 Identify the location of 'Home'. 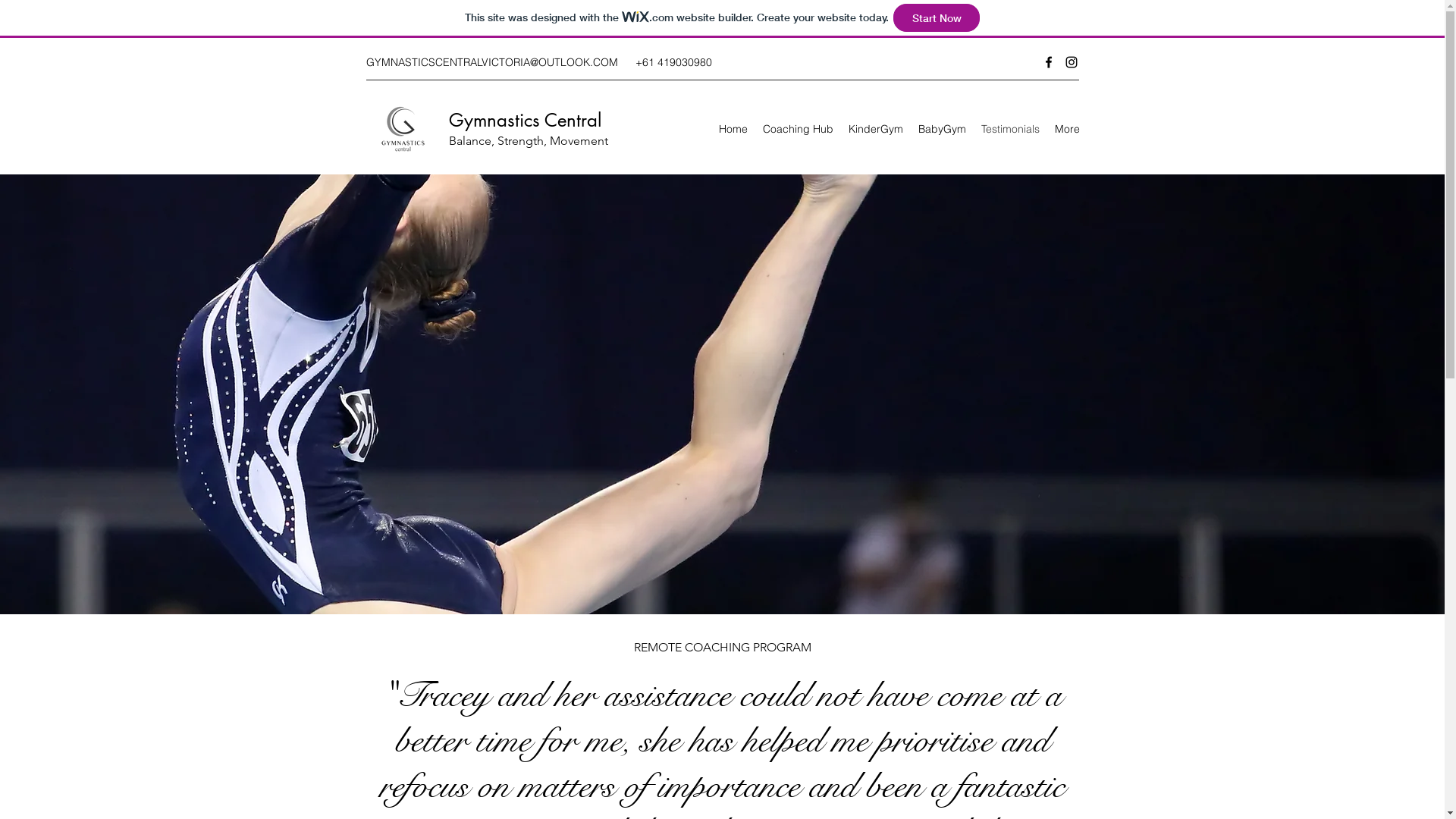
(710, 127).